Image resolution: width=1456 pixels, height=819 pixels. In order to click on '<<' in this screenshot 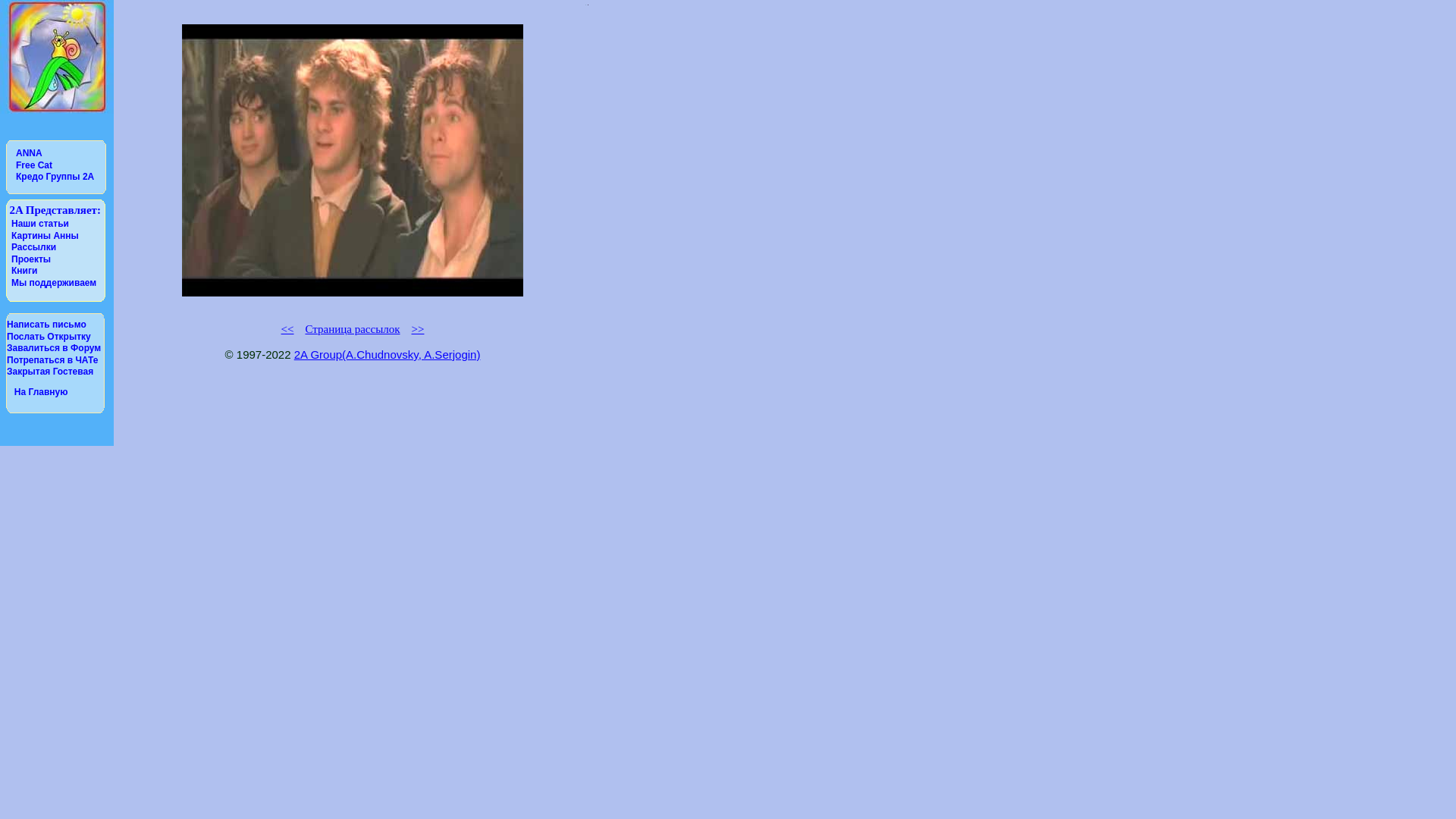, I will do `click(287, 328)`.